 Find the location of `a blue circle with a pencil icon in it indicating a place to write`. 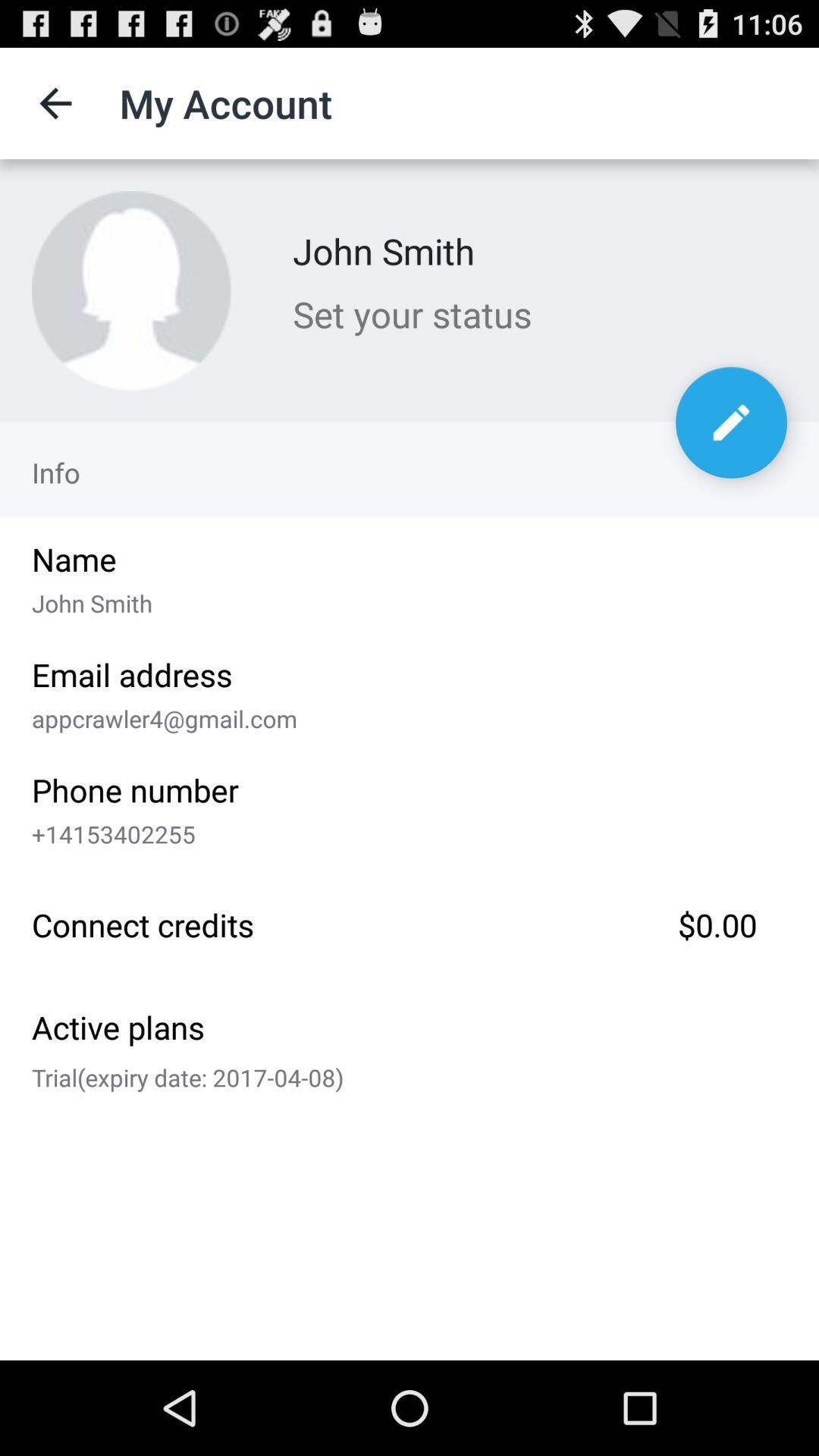

a blue circle with a pencil icon in it indicating a place to write is located at coordinates (730, 422).